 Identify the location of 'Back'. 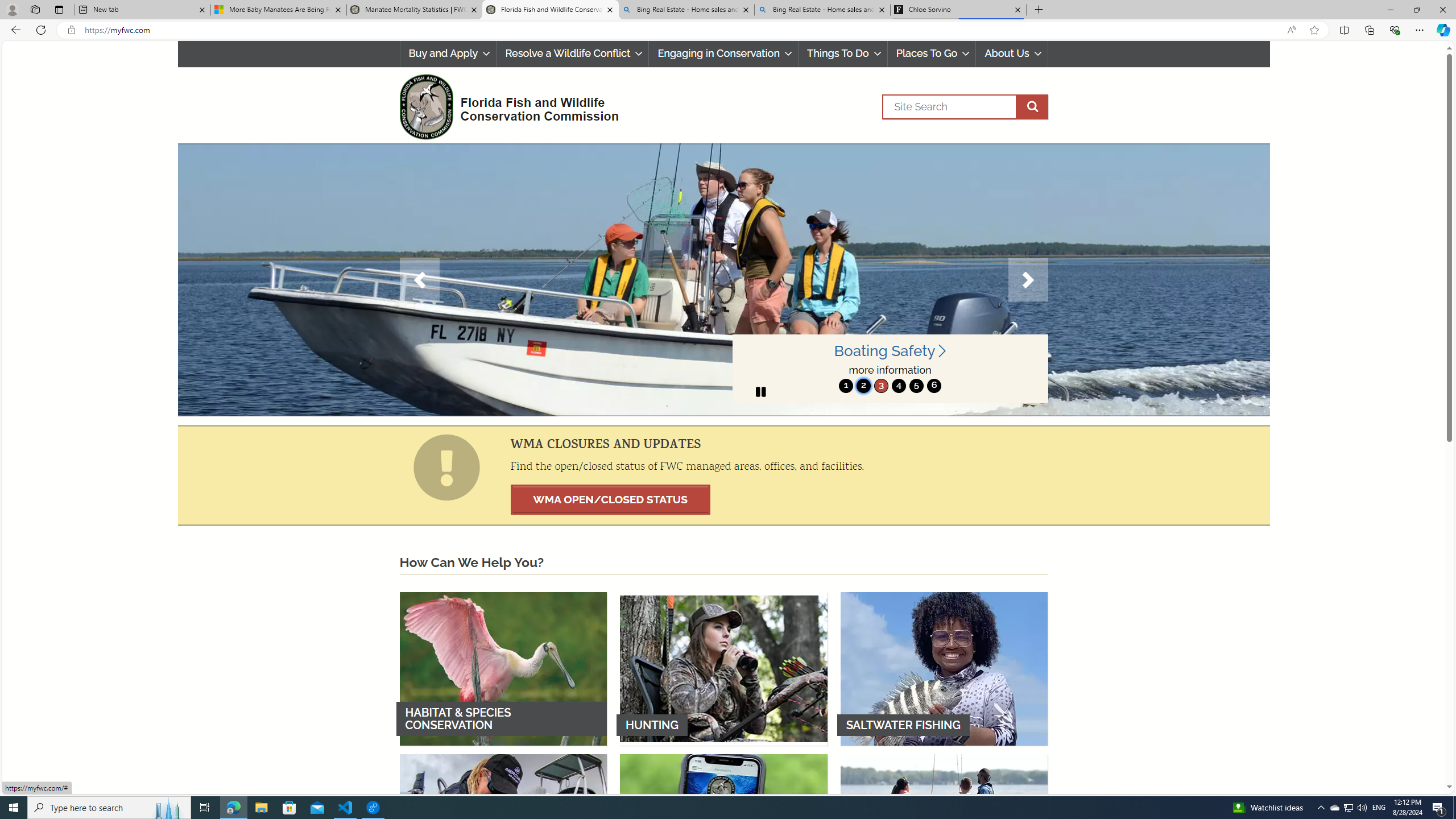
(14, 29).